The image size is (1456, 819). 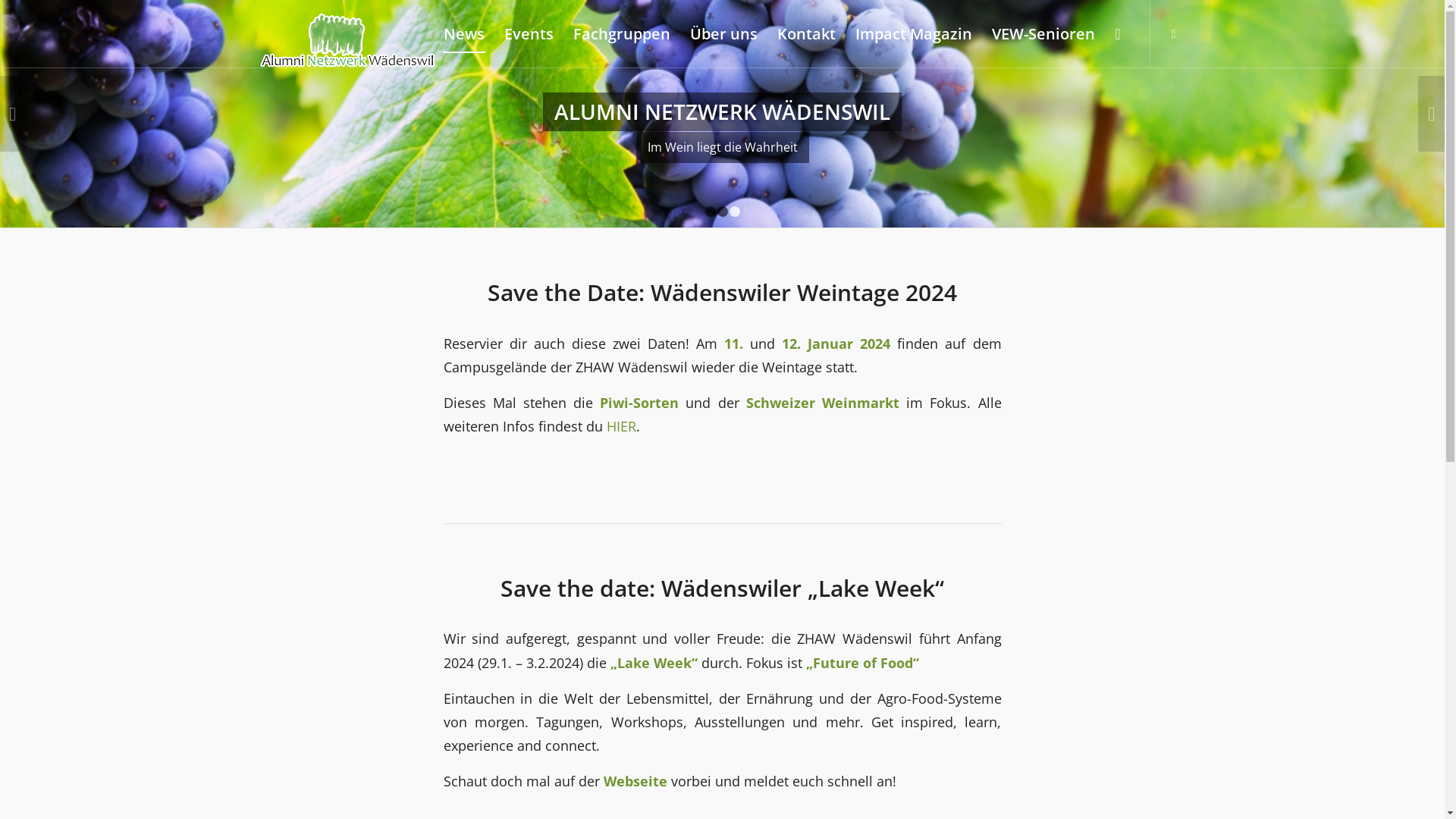 I want to click on 'Fachgruppen', so click(x=622, y=34).